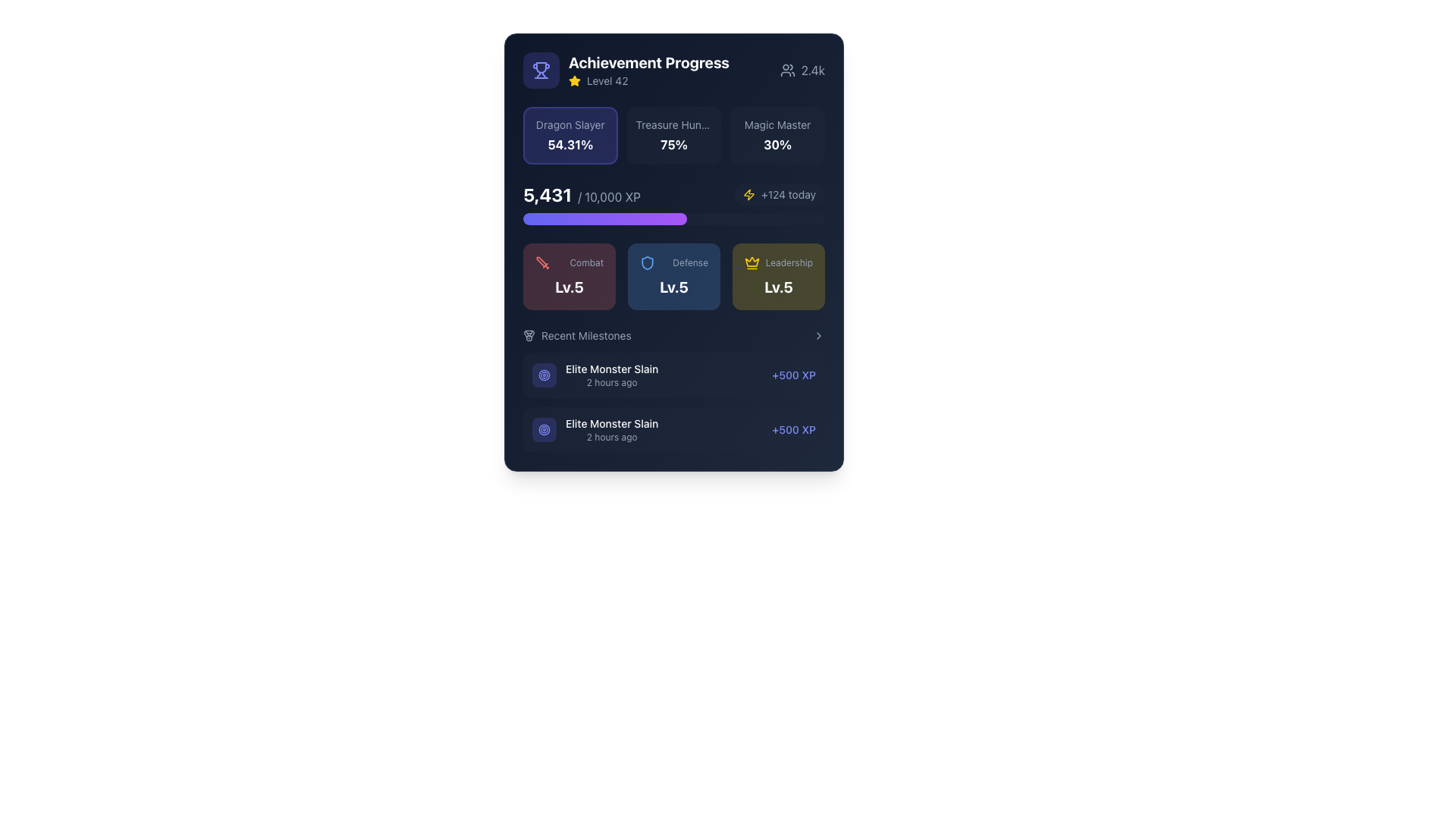  I want to click on text content of the Text Label displaying '2 hours ago', which is styled in a small, muted gray typeface and positioned below 'Elite Monster Slain', so click(612, 438).